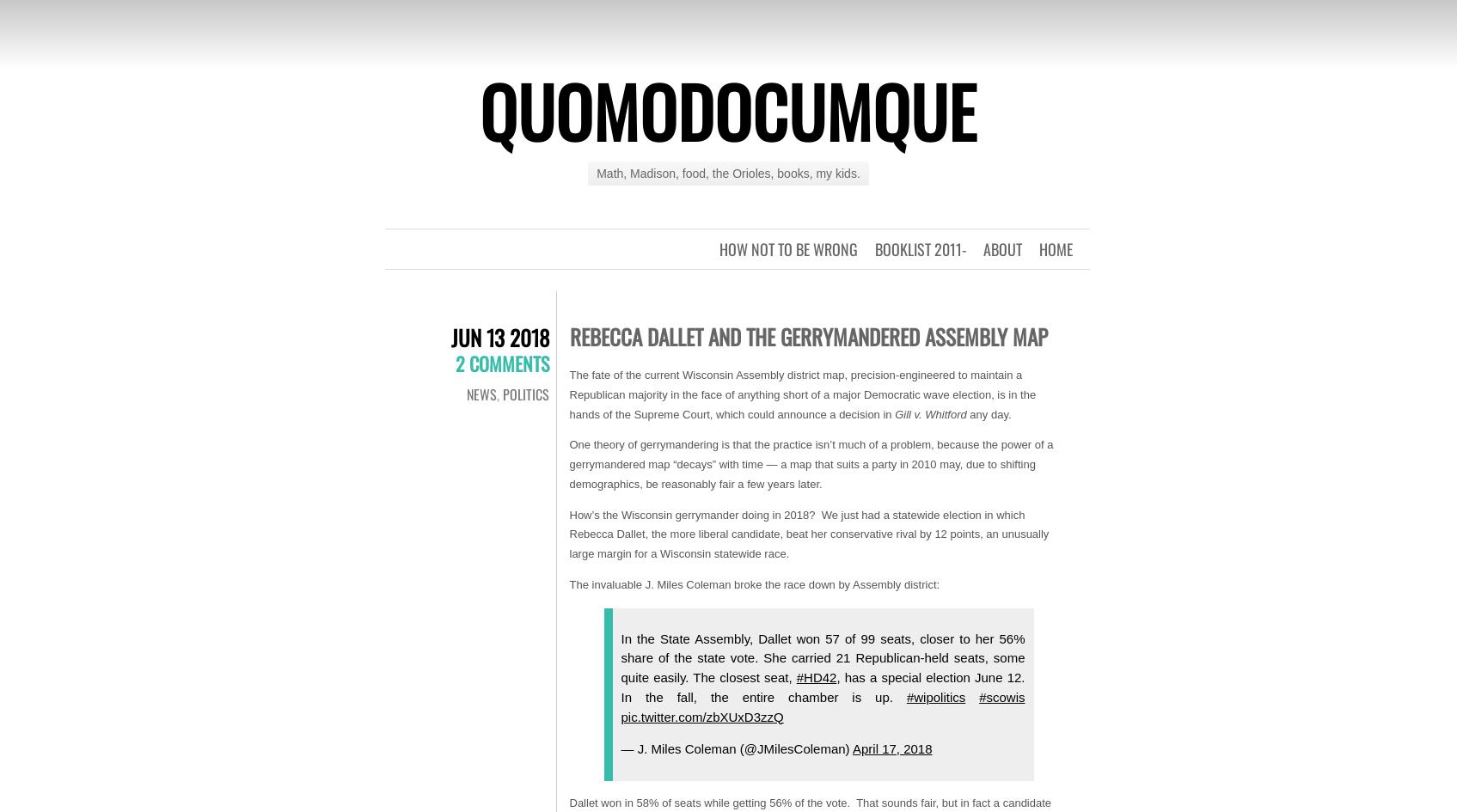 The height and width of the screenshot is (812, 1457). What do you see at coordinates (727, 174) in the screenshot?
I see `'Math, Madison, food, the Orioles, books, my kids.'` at bounding box center [727, 174].